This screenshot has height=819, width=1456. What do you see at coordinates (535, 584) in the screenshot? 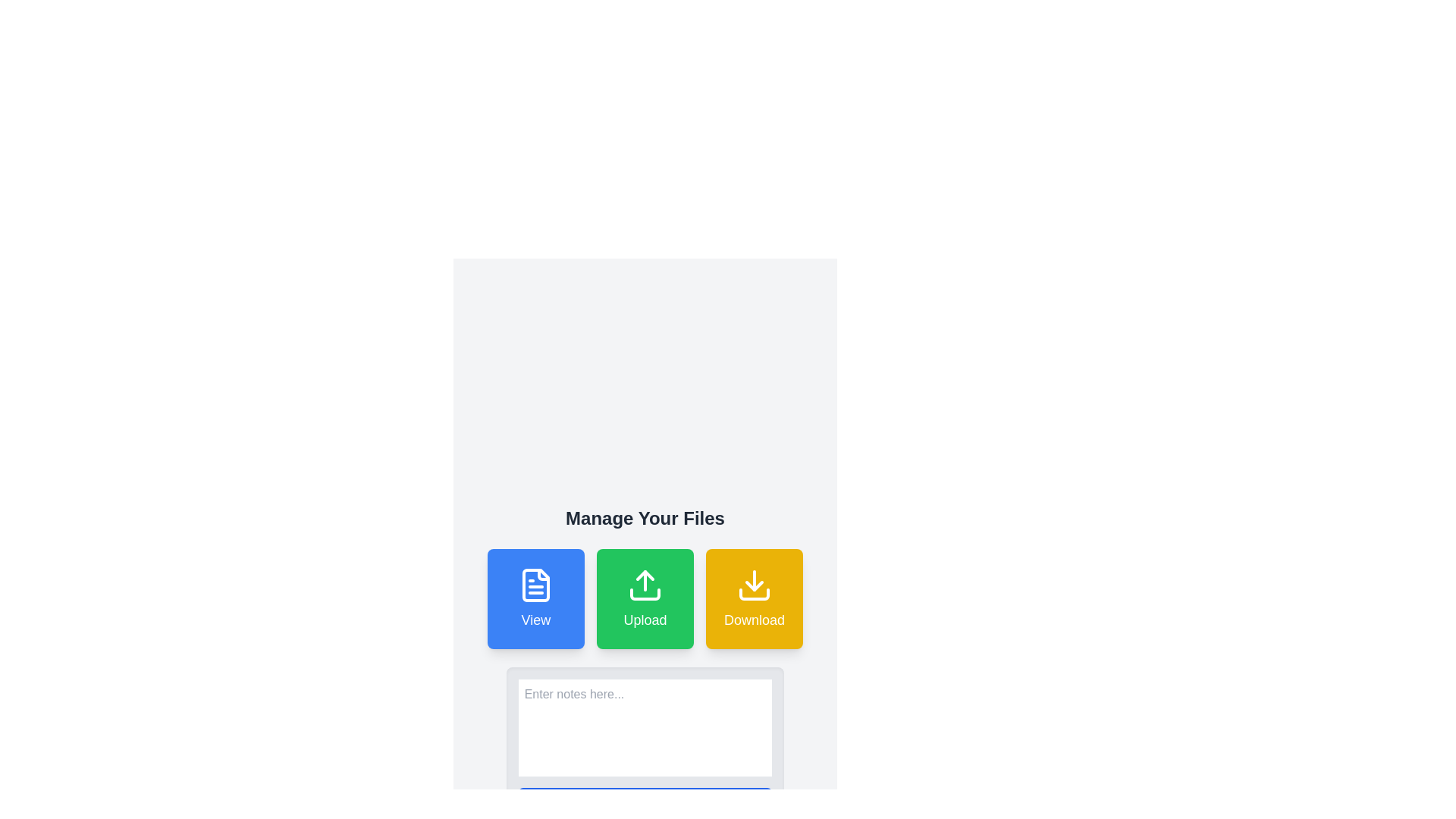
I see `the Icon representing a file with text lines within the blue square button labeled 'View'` at bounding box center [535, 584].